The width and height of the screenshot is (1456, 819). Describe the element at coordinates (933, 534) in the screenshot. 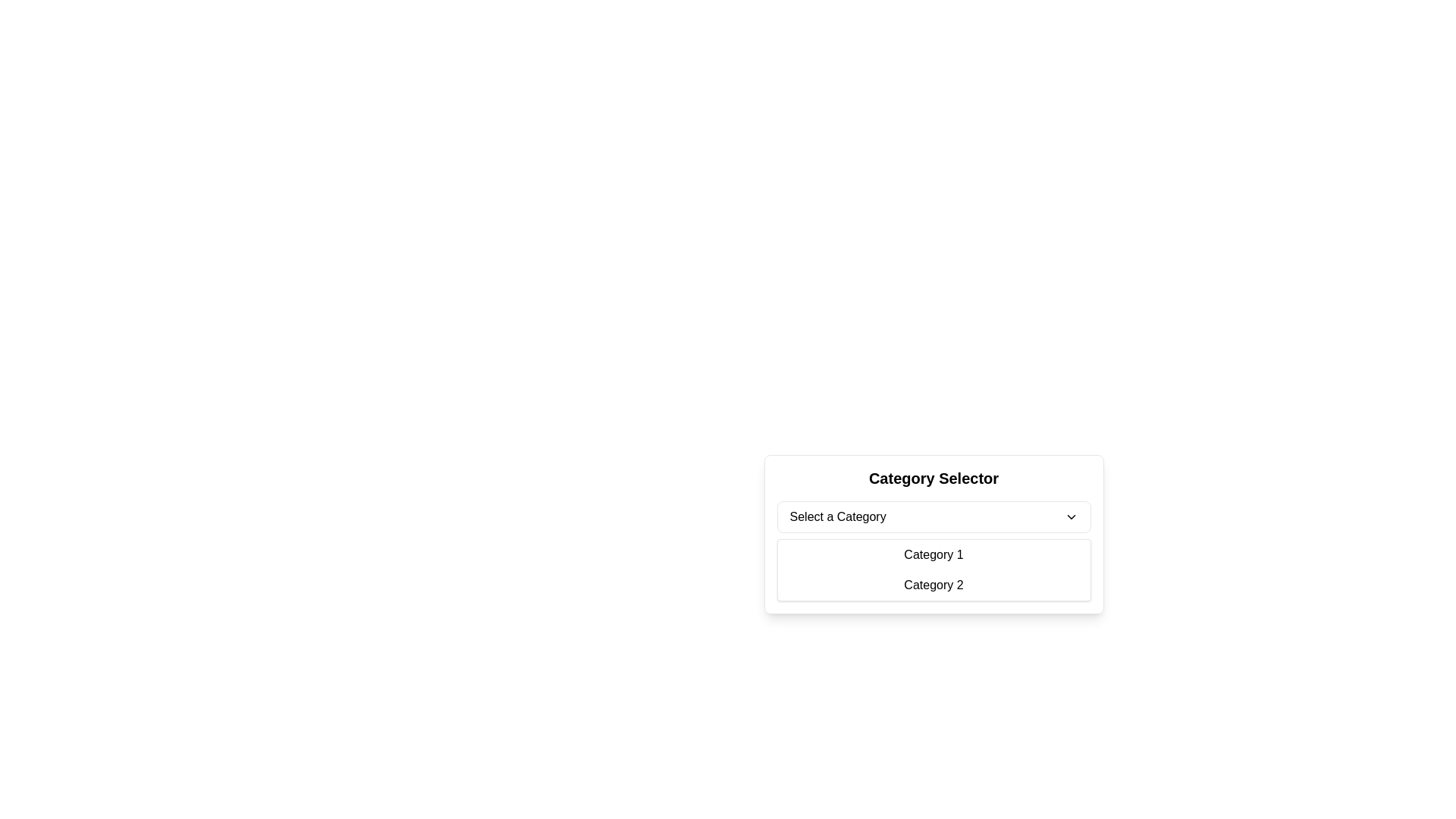

I see `the dropdown menu labeled 'Select a Category'` at that location.